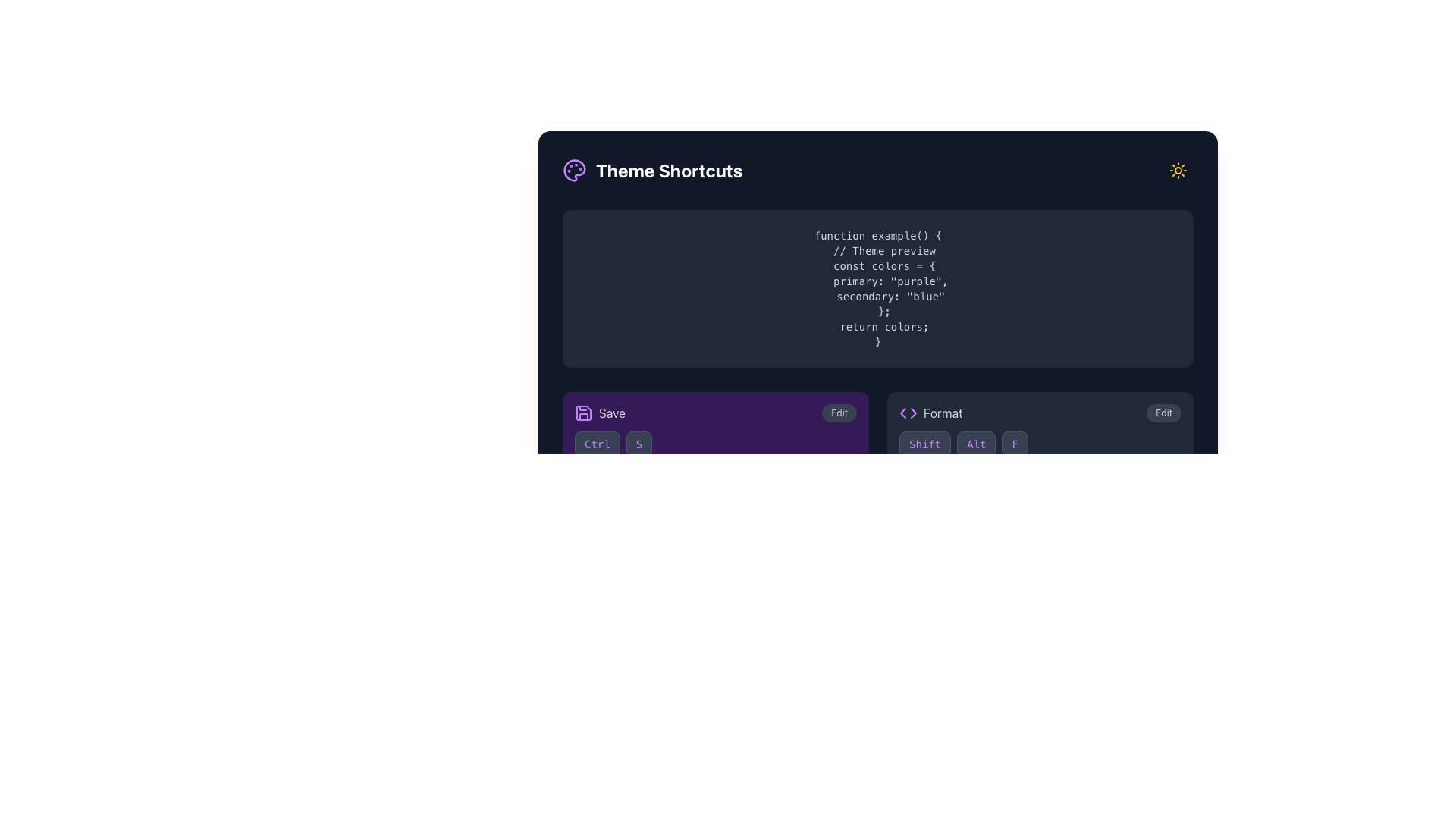  I want to click on label of the keyboard shortcut button located to the left of the 'S' button in the bottom-left section of the dark-themed interface, so click(596, 444).